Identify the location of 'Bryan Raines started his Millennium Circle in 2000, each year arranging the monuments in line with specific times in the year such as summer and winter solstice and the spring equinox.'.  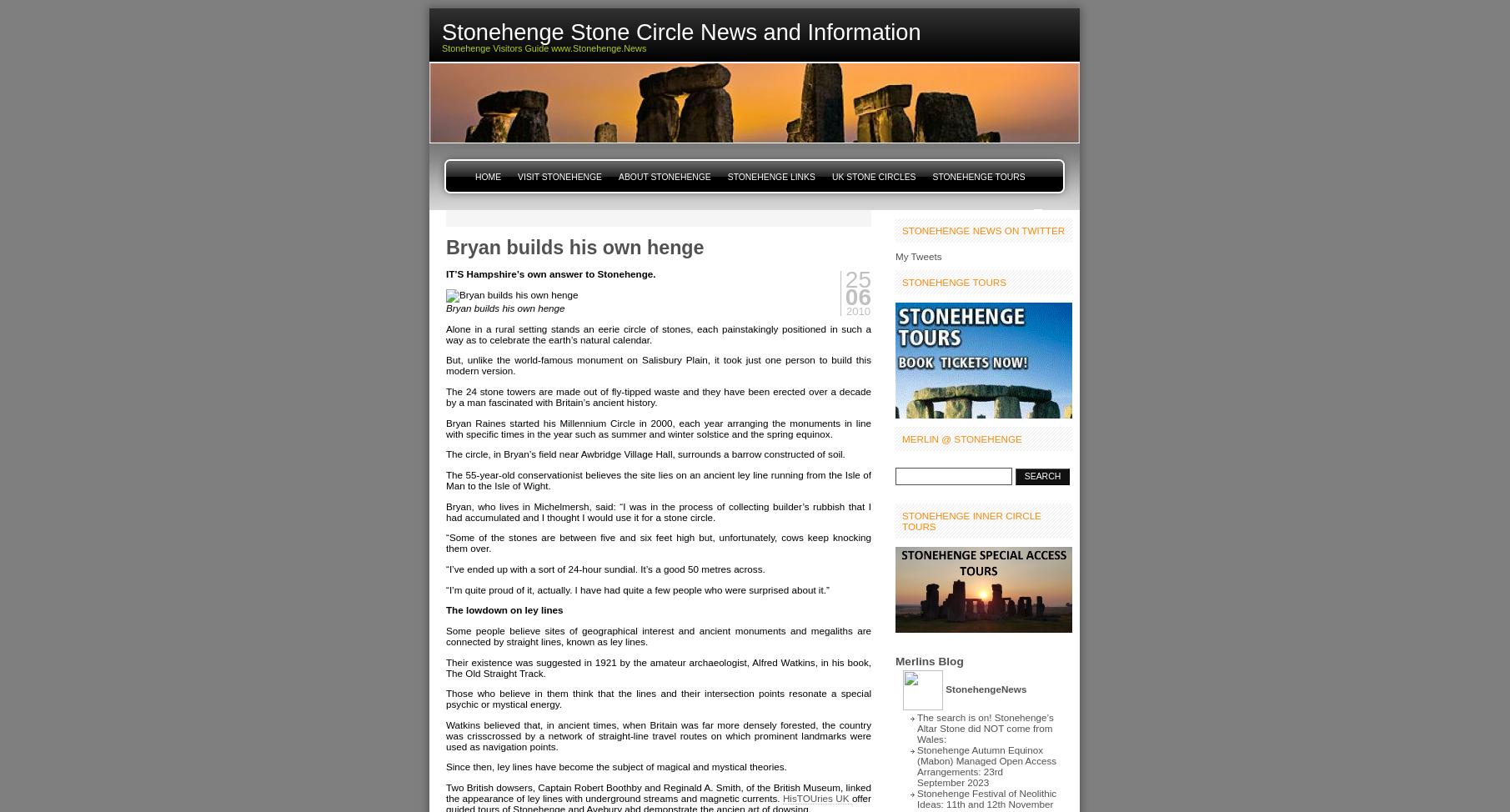
(657, 428).